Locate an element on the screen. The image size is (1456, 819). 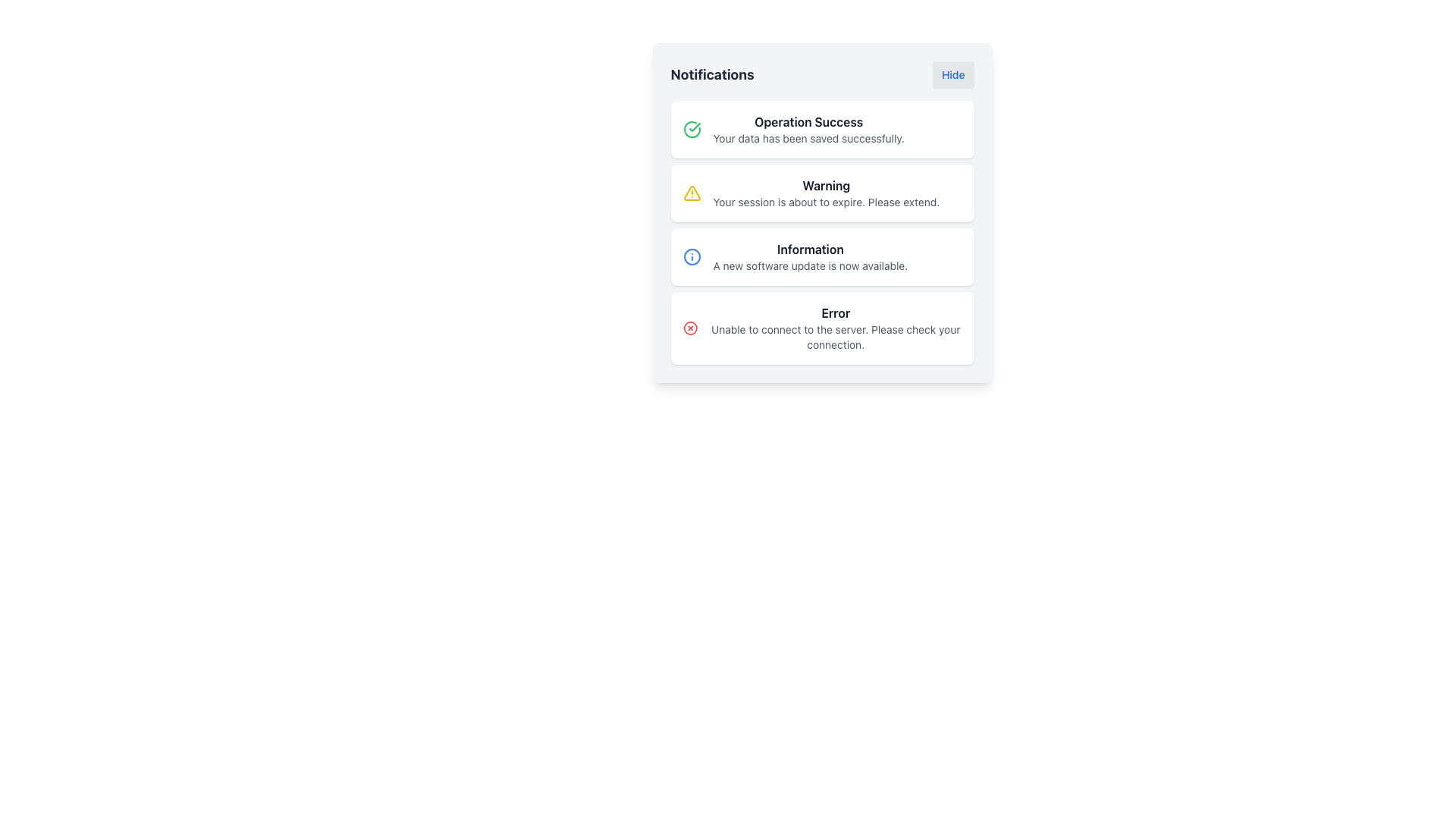
the 'Hide' button located in the upper-right corner of the notifications section, which has a light gray background and rounded corners is located at coordinates (952, 75).